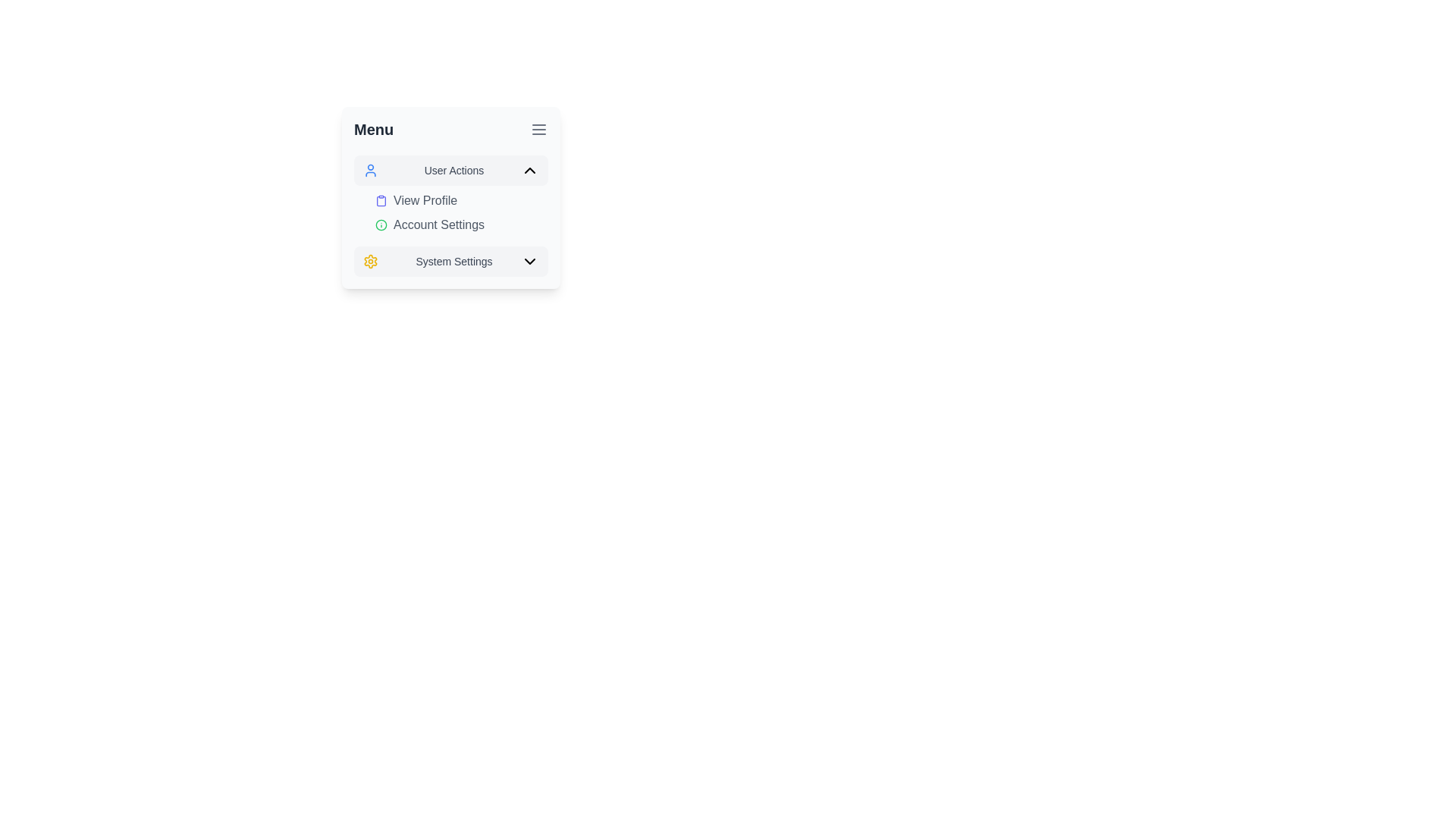 The width and height of the screenshot is (1456, 819). I want to click on the system settings button located at the bottom of the menu list, so click(450, 260).